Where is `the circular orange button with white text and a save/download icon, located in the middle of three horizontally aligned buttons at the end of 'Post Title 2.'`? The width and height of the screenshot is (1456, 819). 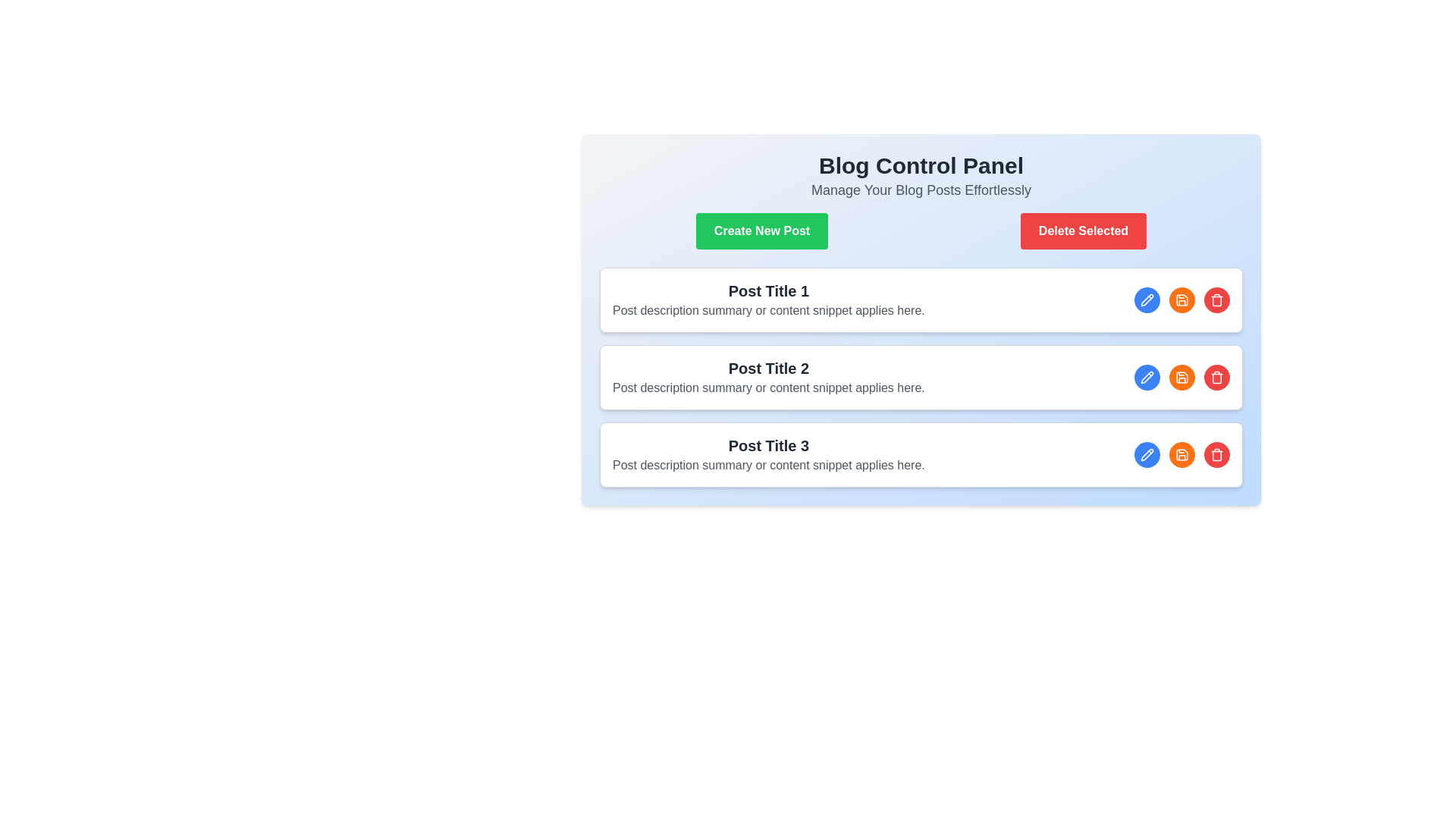 the circular orange button with white text and a save/download icon, located in the middle of three horizontally aligned buttons at the end of 'Post Title 2.' is located at coordinates (1181, 376).